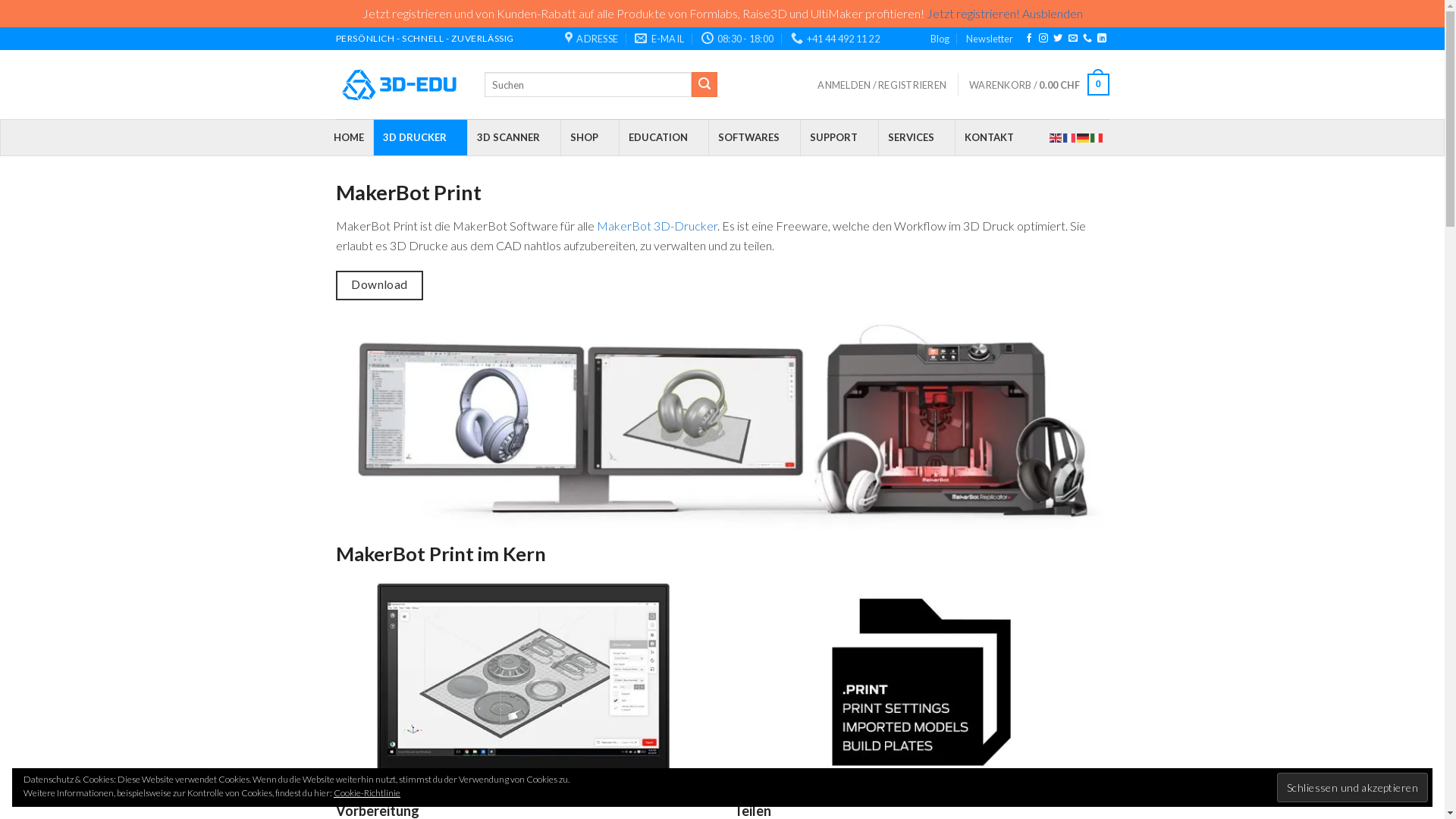 Image resolution: width=1456 pixels, height=819 pixels. I want to click on '3D DRUCKER', so click(419, 137).